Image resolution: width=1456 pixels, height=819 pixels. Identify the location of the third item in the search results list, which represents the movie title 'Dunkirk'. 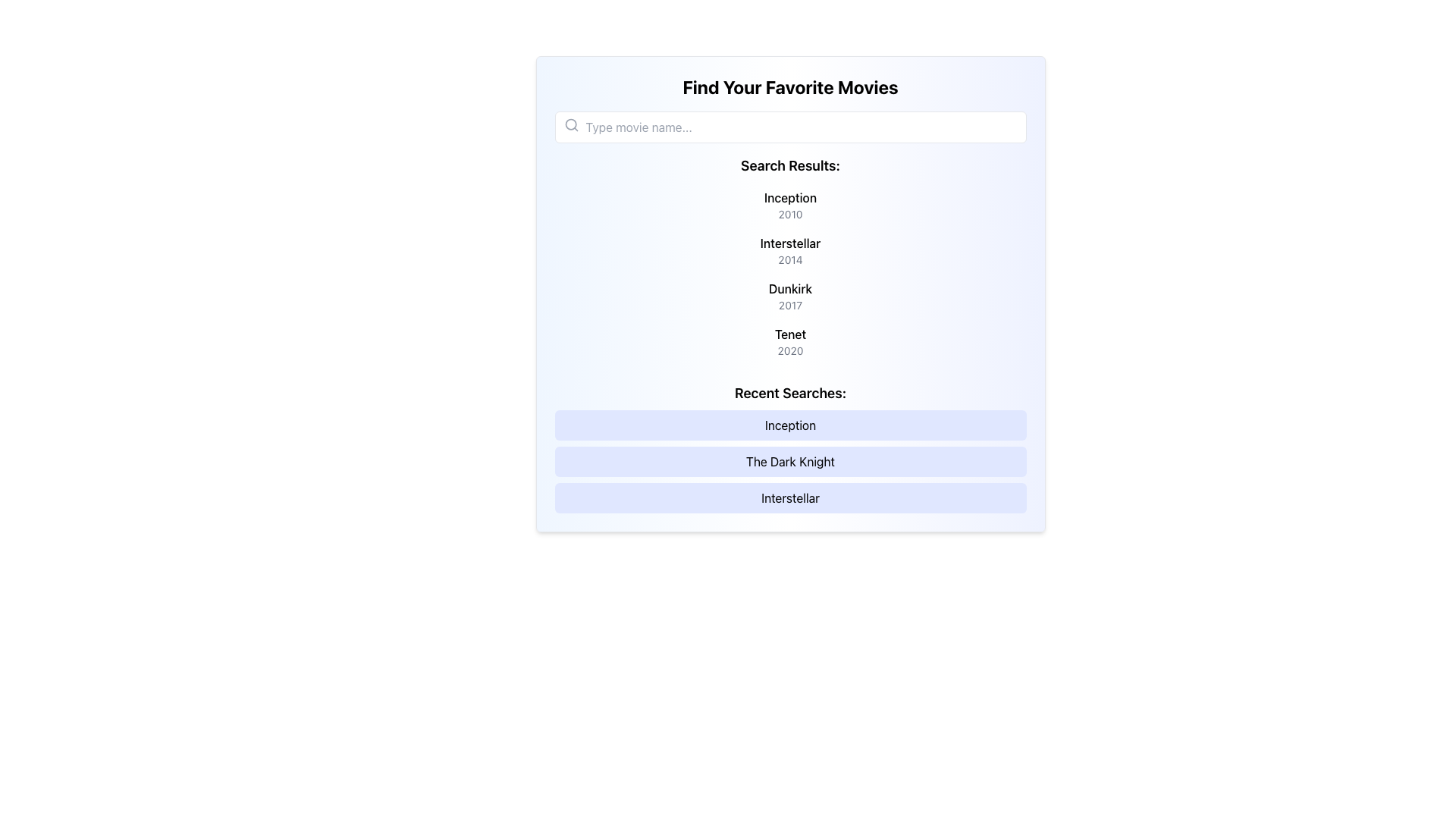
(789, 296).